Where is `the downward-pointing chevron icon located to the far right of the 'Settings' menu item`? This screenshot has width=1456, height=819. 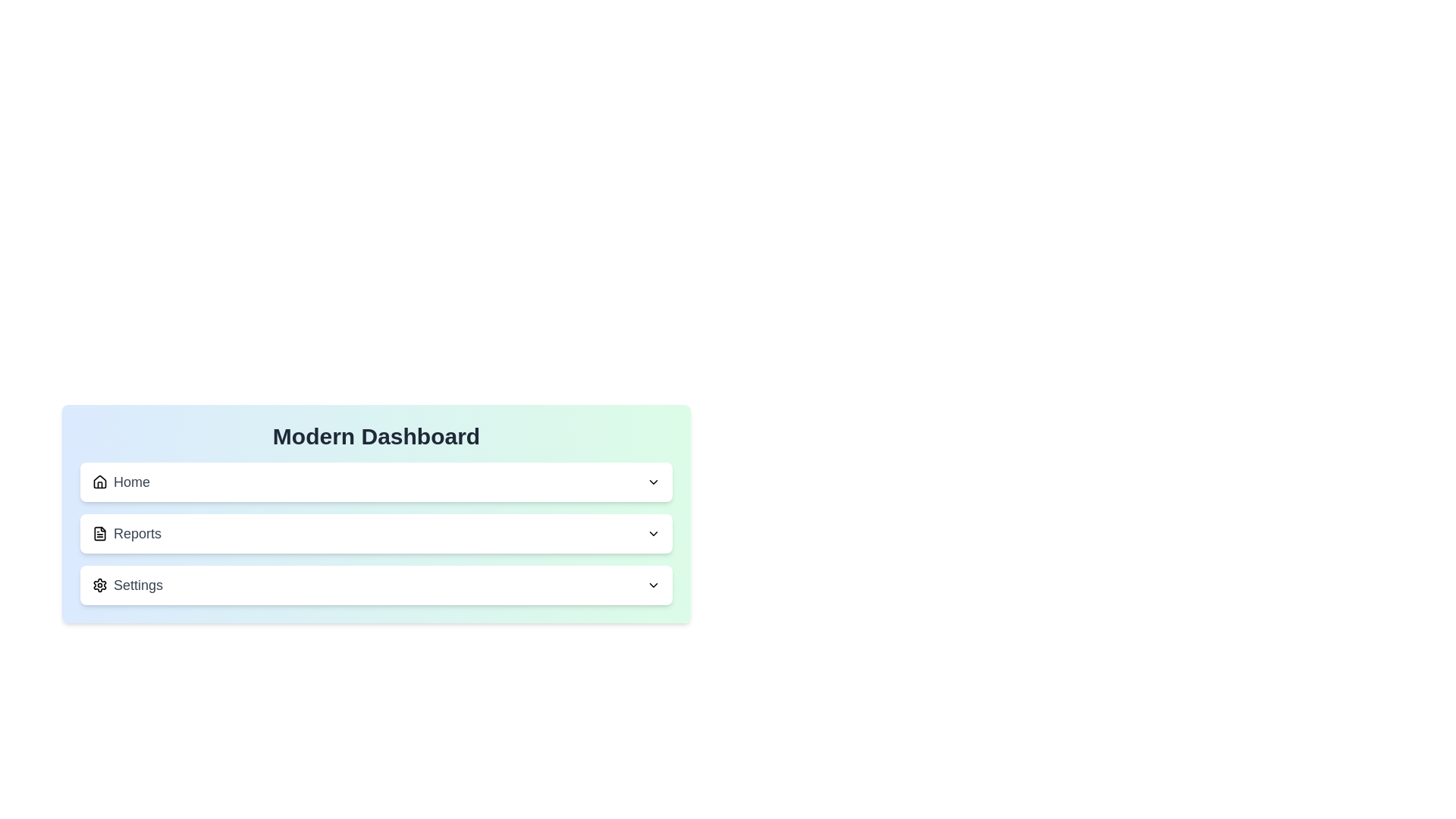 the downward-pointing chevron icon located to the far right of the 'Settings' menu item is located at coordinates (654, 584).